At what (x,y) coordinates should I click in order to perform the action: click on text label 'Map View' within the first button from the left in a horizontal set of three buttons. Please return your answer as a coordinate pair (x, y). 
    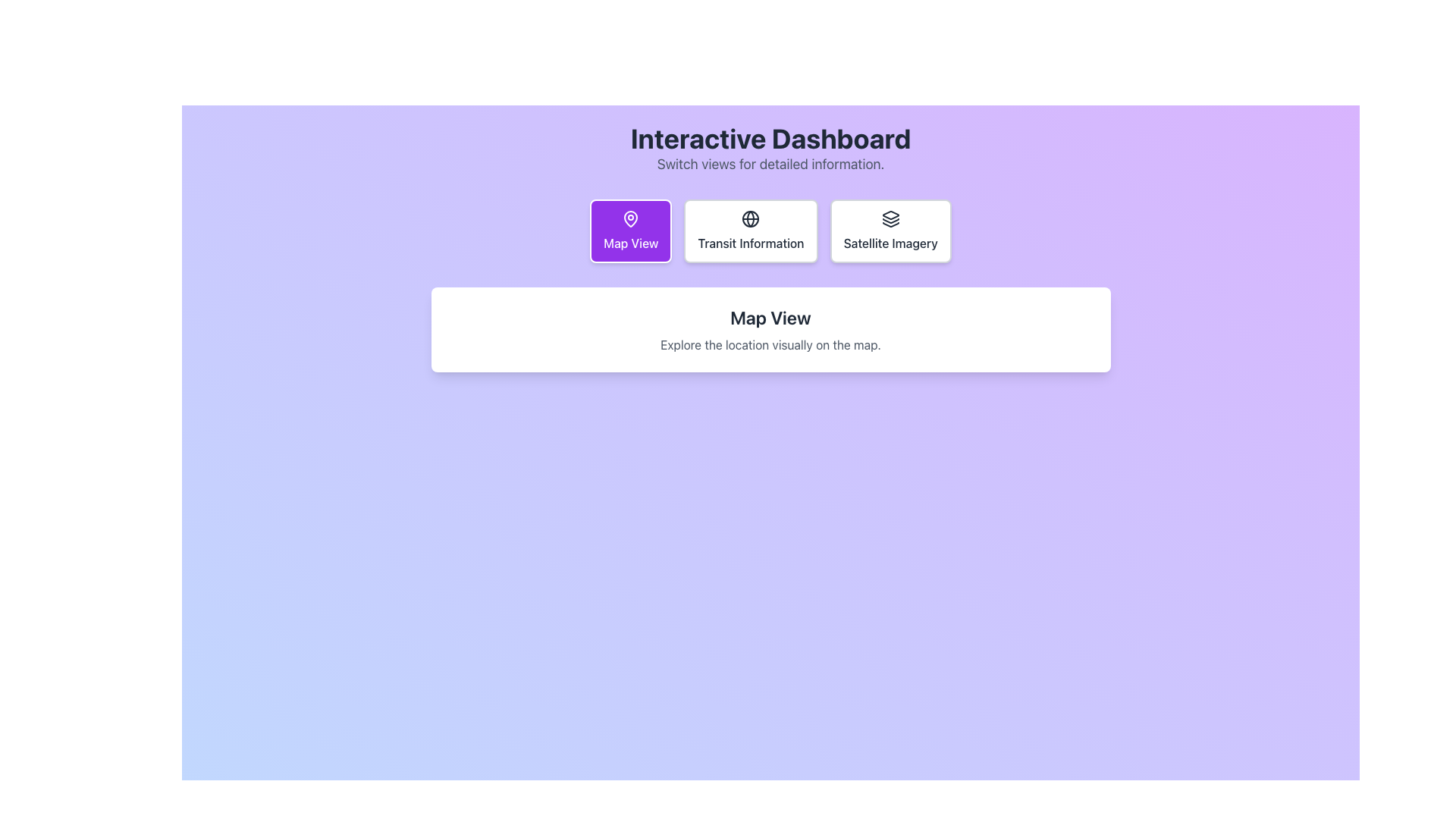
    Looking at the image, I should click on (631, 242).